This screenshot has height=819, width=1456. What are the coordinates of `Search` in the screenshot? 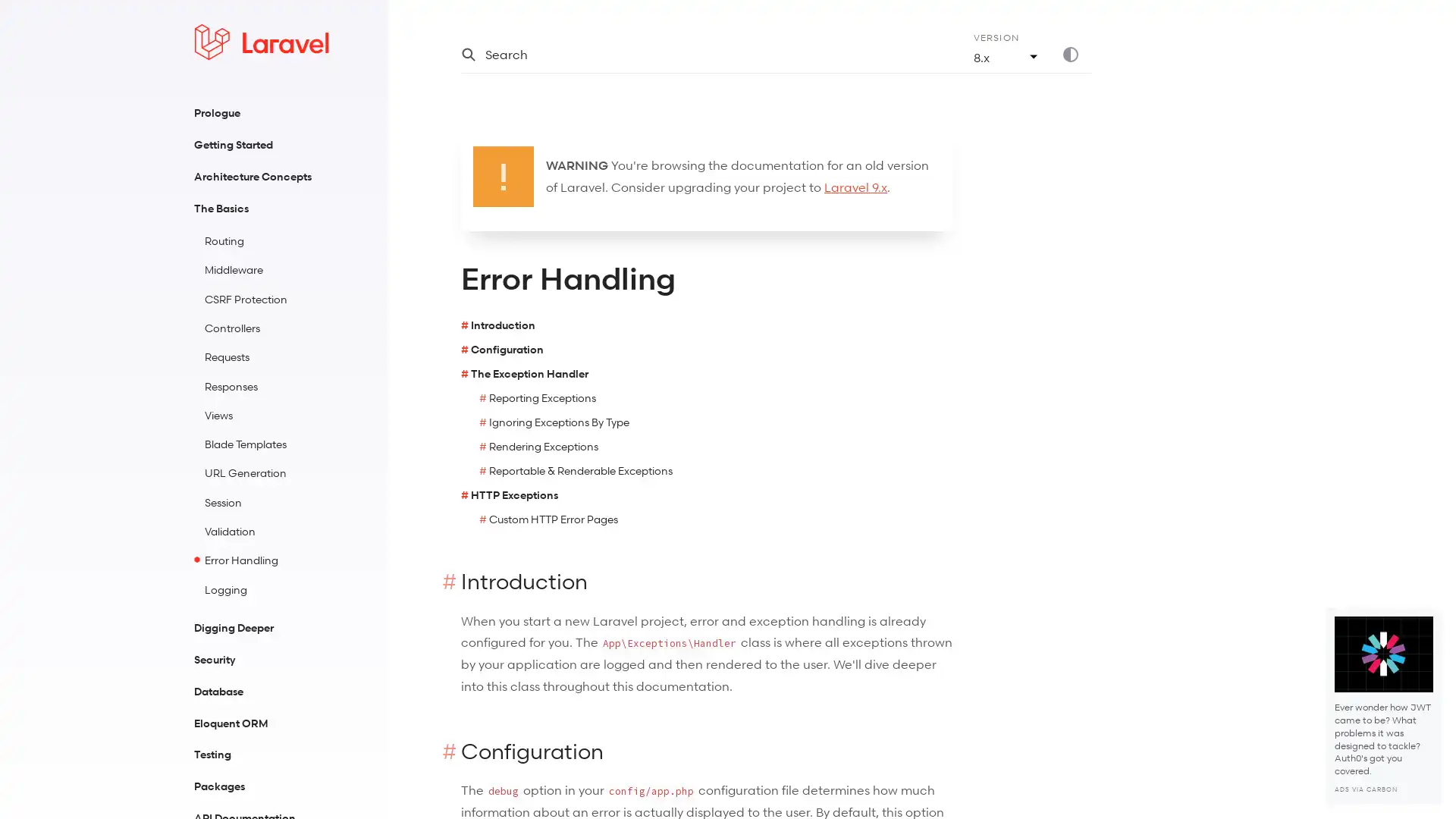 It's located at (698, 54).